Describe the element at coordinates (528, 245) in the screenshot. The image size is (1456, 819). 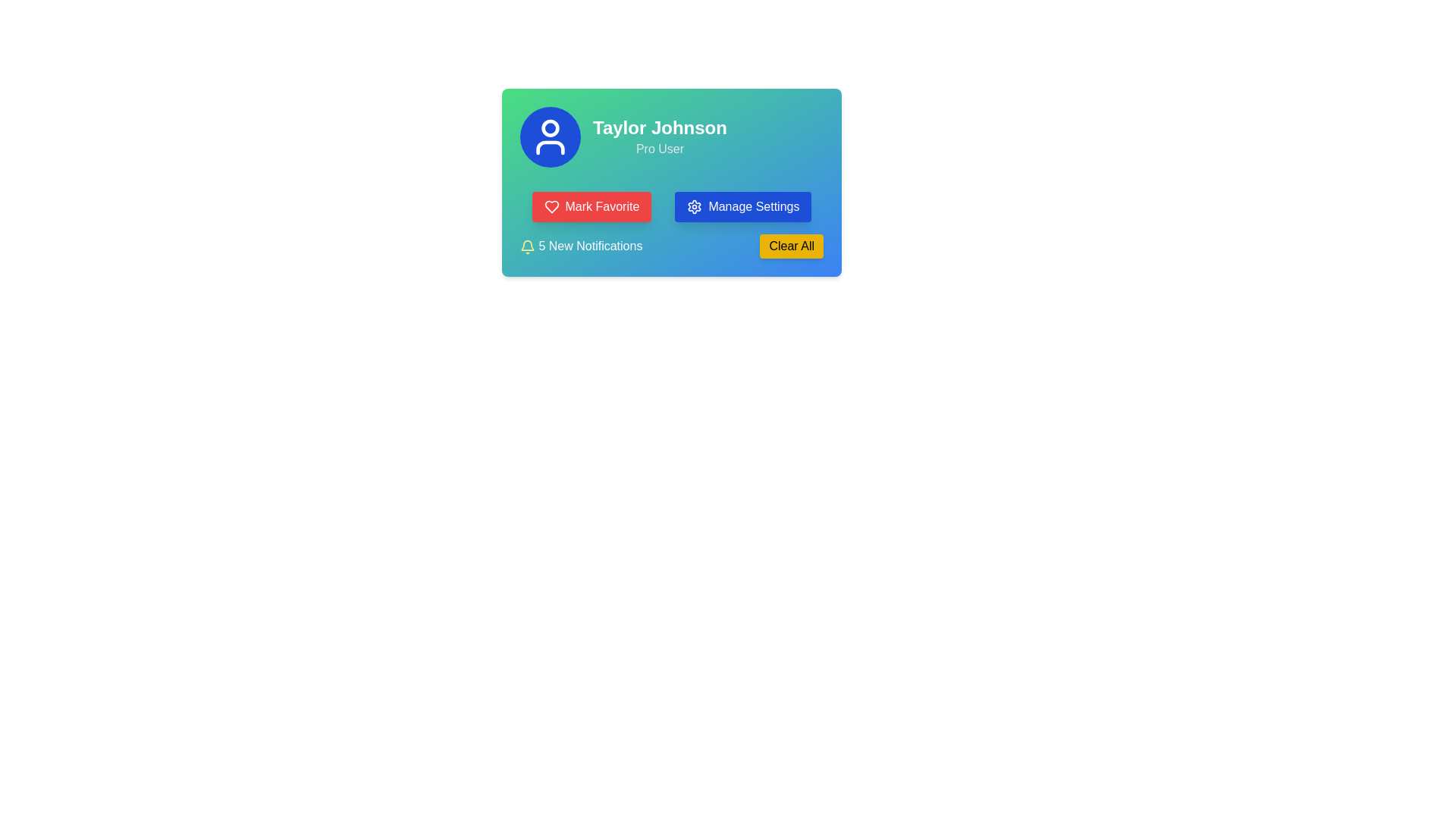
I see `the yellow bell icon indicating '5 New Notifications' located in the lower-left section of the card for user 'Taylor Johnson'` at that location.